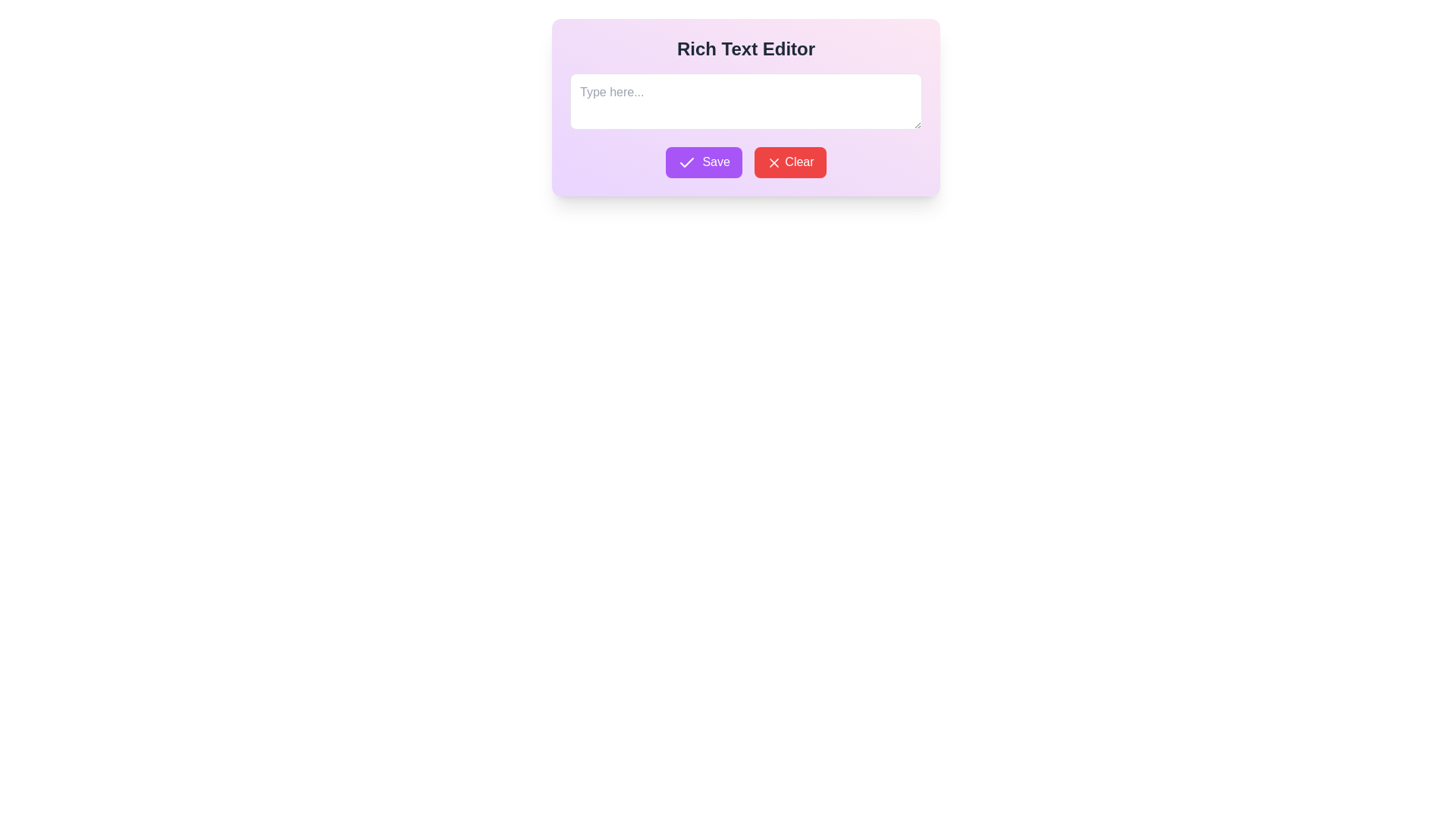 This screenshot has width=1456, height=819. Describe the element at coordinates (686, 162) in the screenshot. I see `the checkmark icon that signifies a completed task, located on the top left of the purple 'Save' button` at that location.